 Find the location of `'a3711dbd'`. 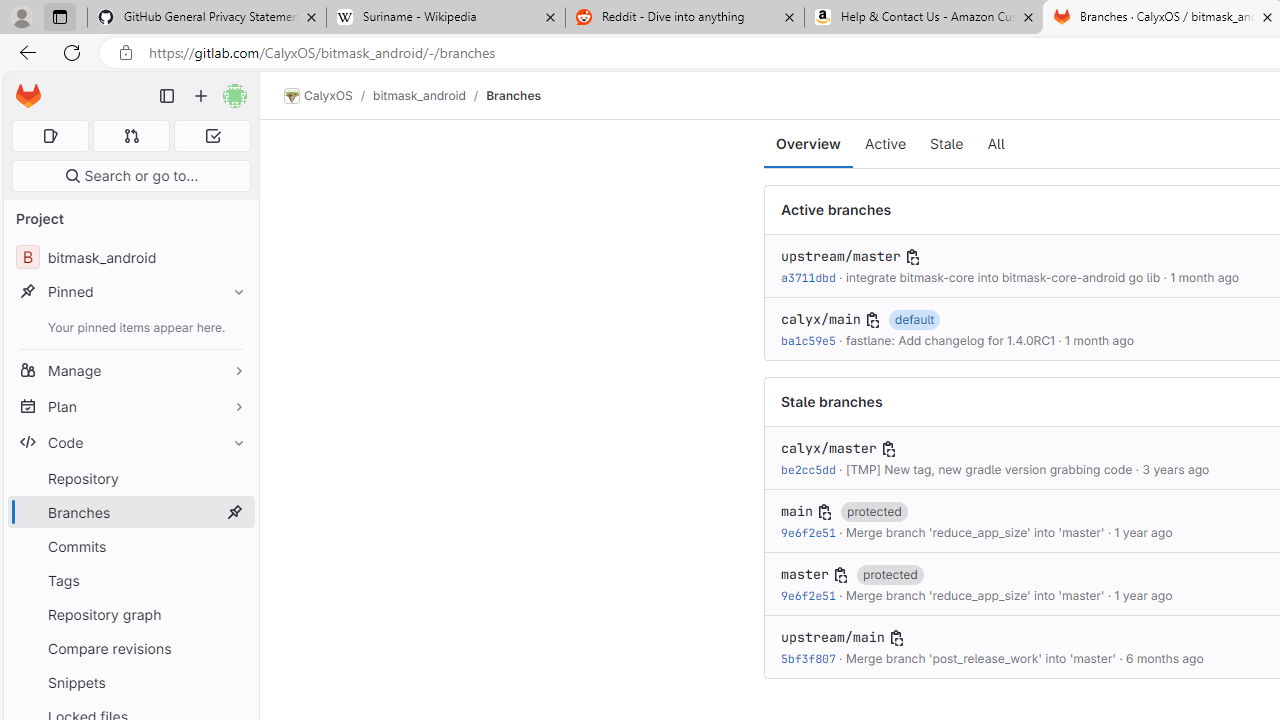

'a3711dbd' is located at coordinates (808, 277).